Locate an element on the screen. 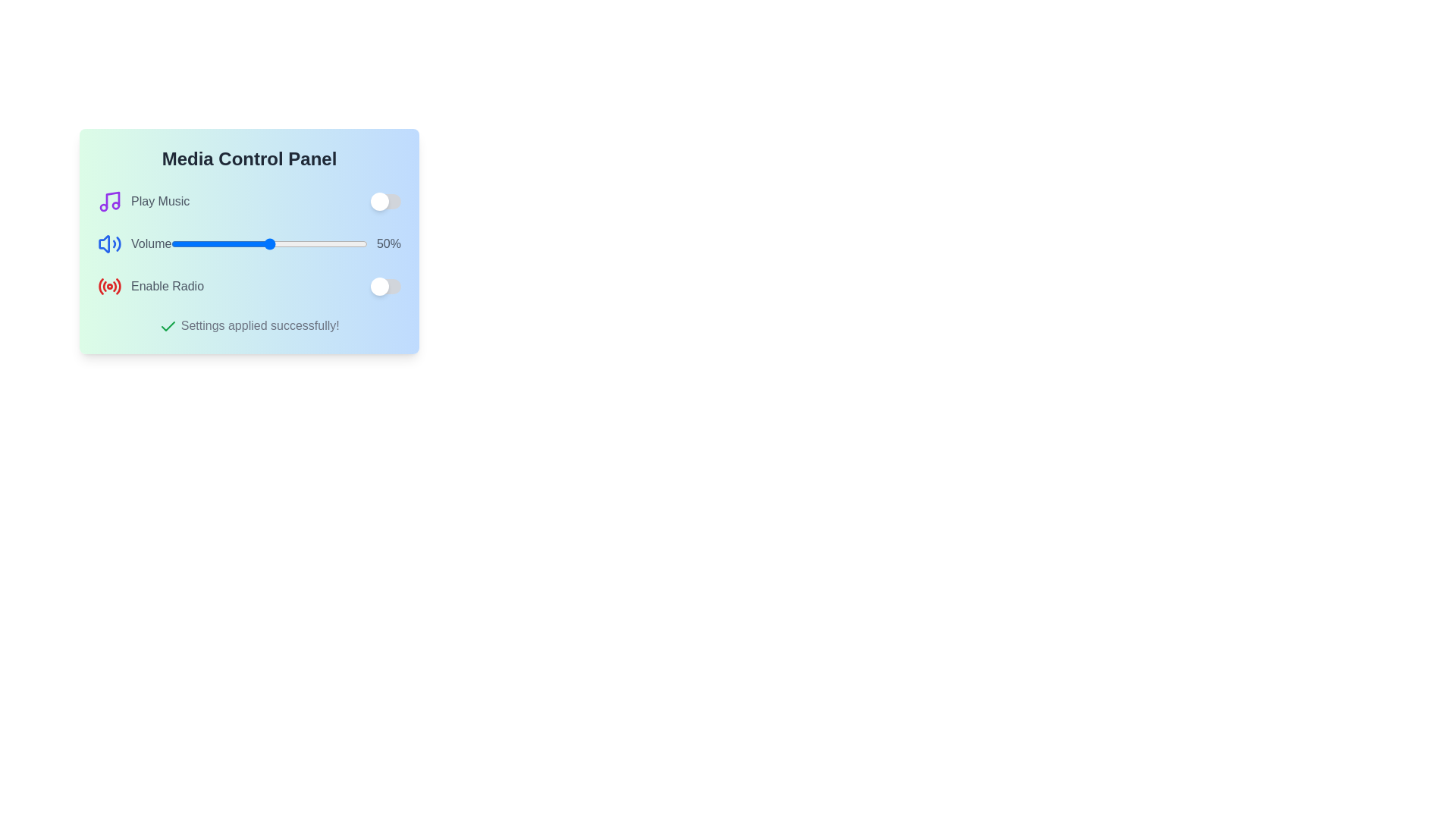 The image size is (1456, 819). the slider is located at coordinates (334, 243).